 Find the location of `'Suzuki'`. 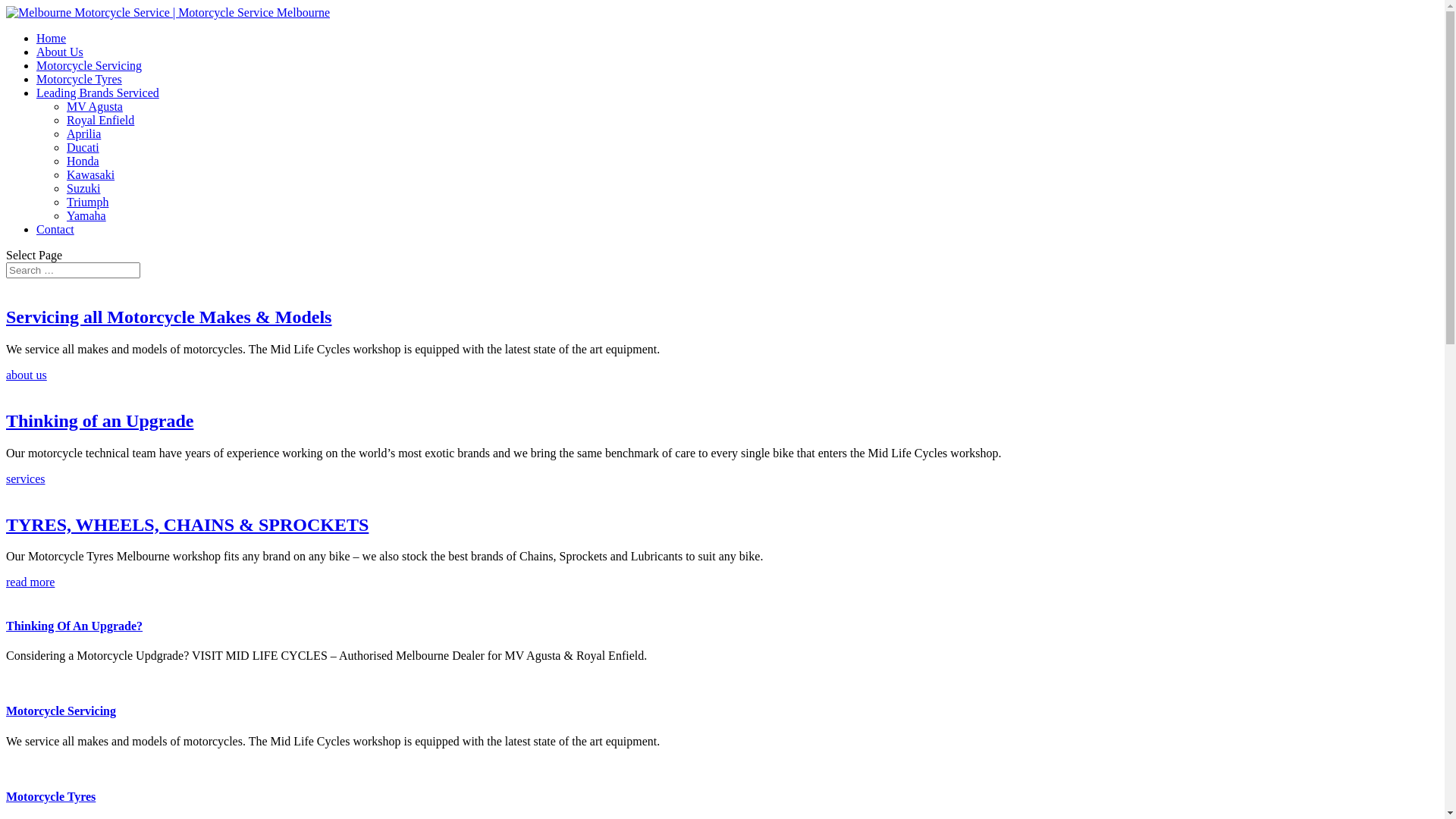

'Suzuki' is located at coordinates (65, 187).